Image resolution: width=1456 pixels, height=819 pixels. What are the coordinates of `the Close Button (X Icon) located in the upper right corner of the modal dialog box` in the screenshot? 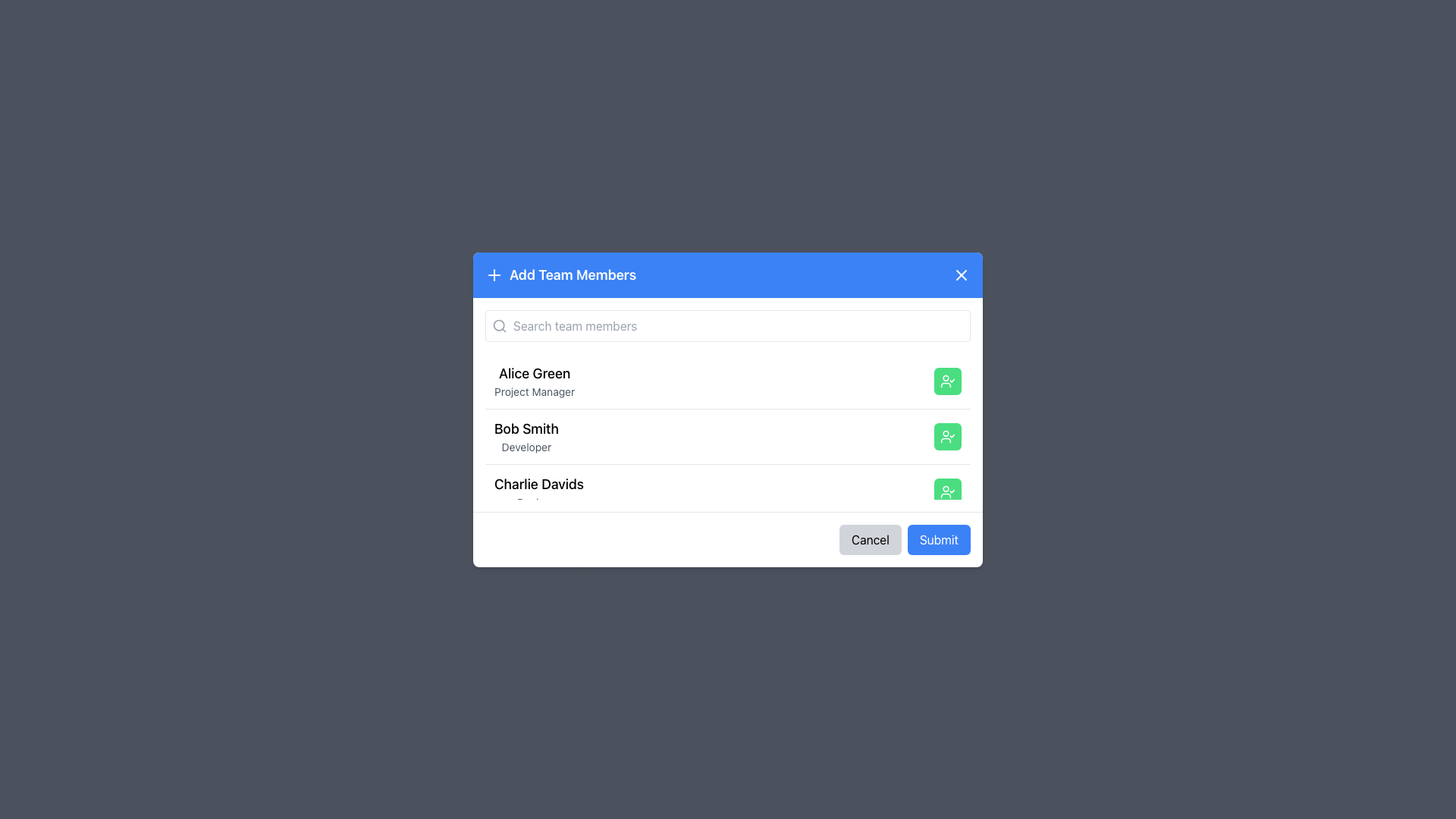 It's located at (960, 275).